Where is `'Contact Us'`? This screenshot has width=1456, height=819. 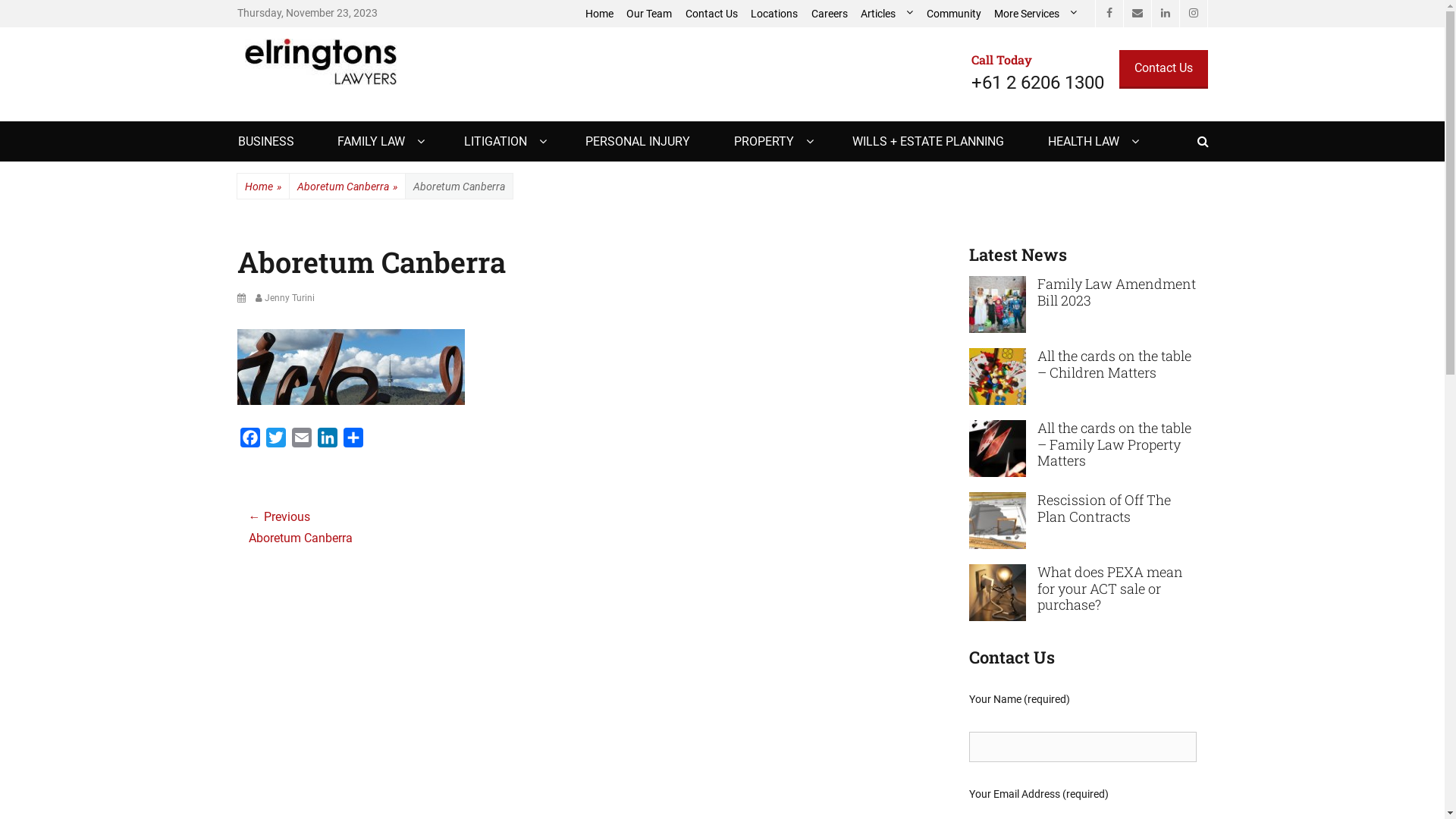
'Contact Us' is located at coordinates (1163, 69).